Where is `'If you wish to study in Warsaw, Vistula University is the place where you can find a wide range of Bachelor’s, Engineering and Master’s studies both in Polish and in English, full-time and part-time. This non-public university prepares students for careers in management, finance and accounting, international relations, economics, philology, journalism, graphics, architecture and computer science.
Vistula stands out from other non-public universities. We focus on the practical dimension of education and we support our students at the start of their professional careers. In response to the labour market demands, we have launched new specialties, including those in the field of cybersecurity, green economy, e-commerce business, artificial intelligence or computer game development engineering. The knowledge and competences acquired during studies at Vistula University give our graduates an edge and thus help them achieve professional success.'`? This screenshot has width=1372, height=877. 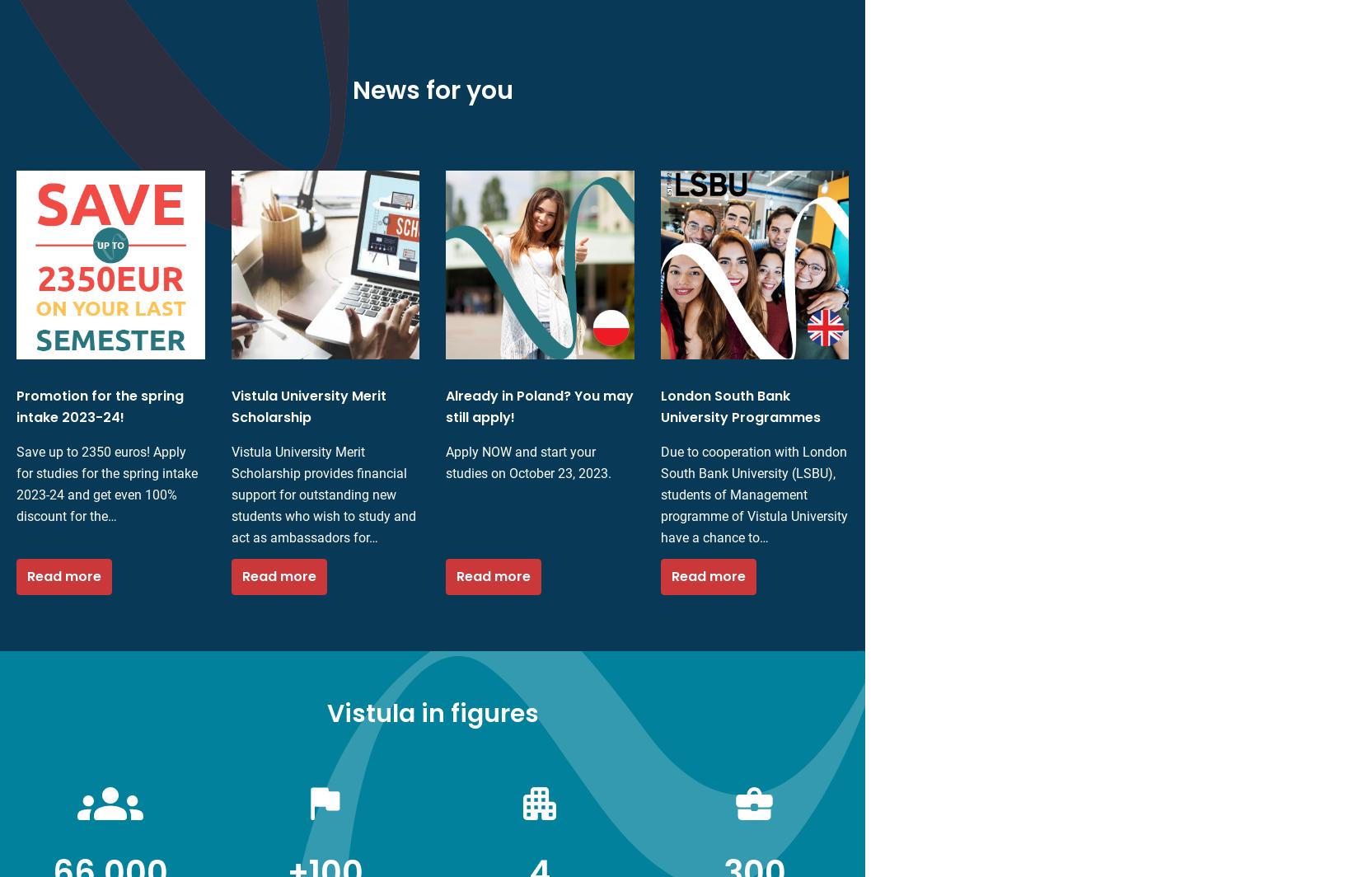
'If you wish to study in Warsaw, Vistula University is the place where you can find a wide range of Bachelor’s, Engineering and Master’s studies both in Polish and in English, full-time and part-time. This non-public university prepares students for careers in management, finance and accounting, international relations, economics, philology, journalism, graphics, architecture and computer science.
Vistula stands out from other non-public universities. We focus on the practical dimension of education and we support our students at the start of their professional careers. In response to the labour market demands, we have launched new specialties, including those in the field of cybersecurity, green economy, e-commerce business, artificial intelligence or computer game development engineering. The knowledge and competences acquired during studies at Vistula University give our graduates an edge and thus help them achieve professional success.' is located at coordinates (223, 183).